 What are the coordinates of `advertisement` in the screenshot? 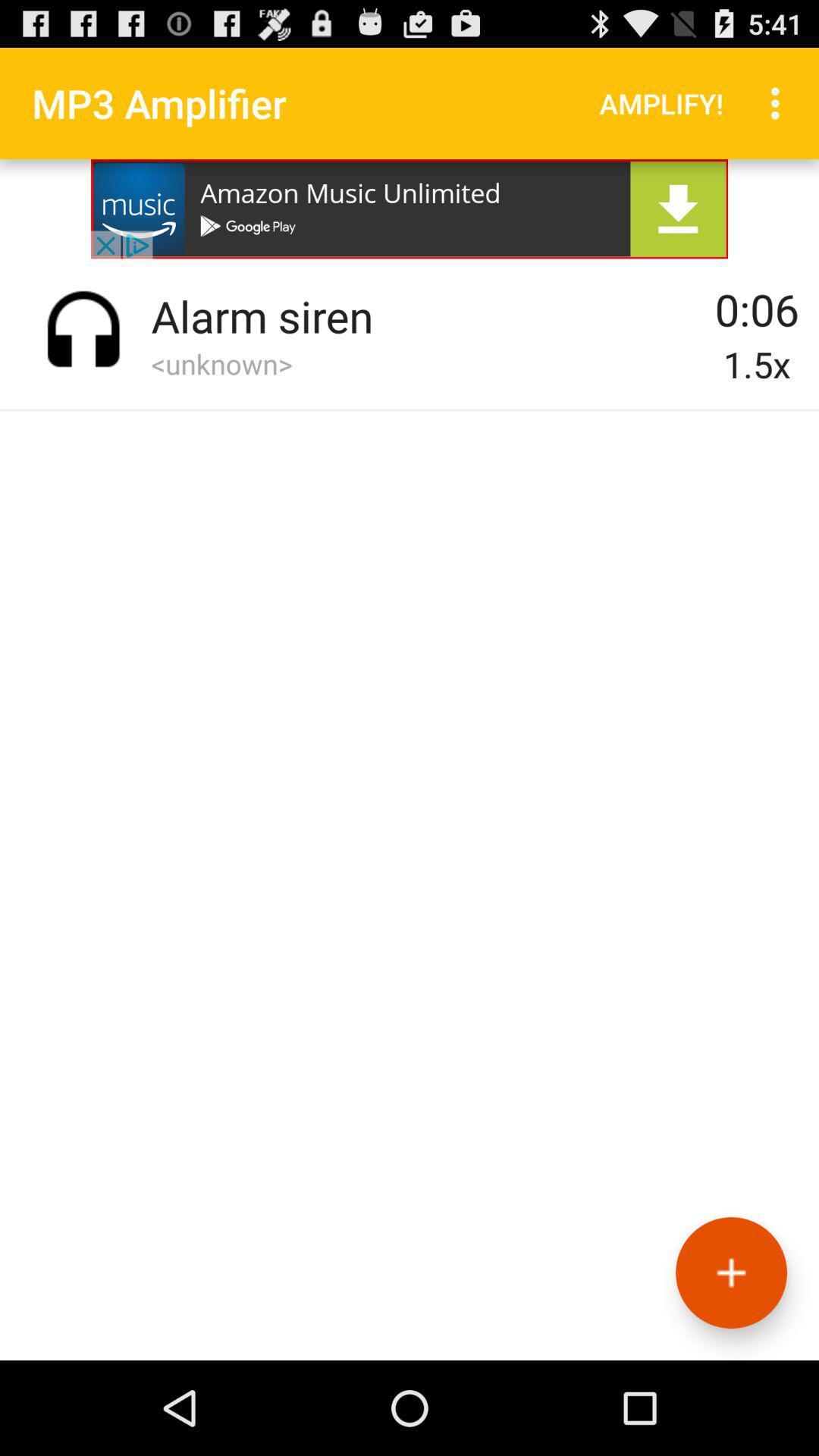 It's located at (409, 208).